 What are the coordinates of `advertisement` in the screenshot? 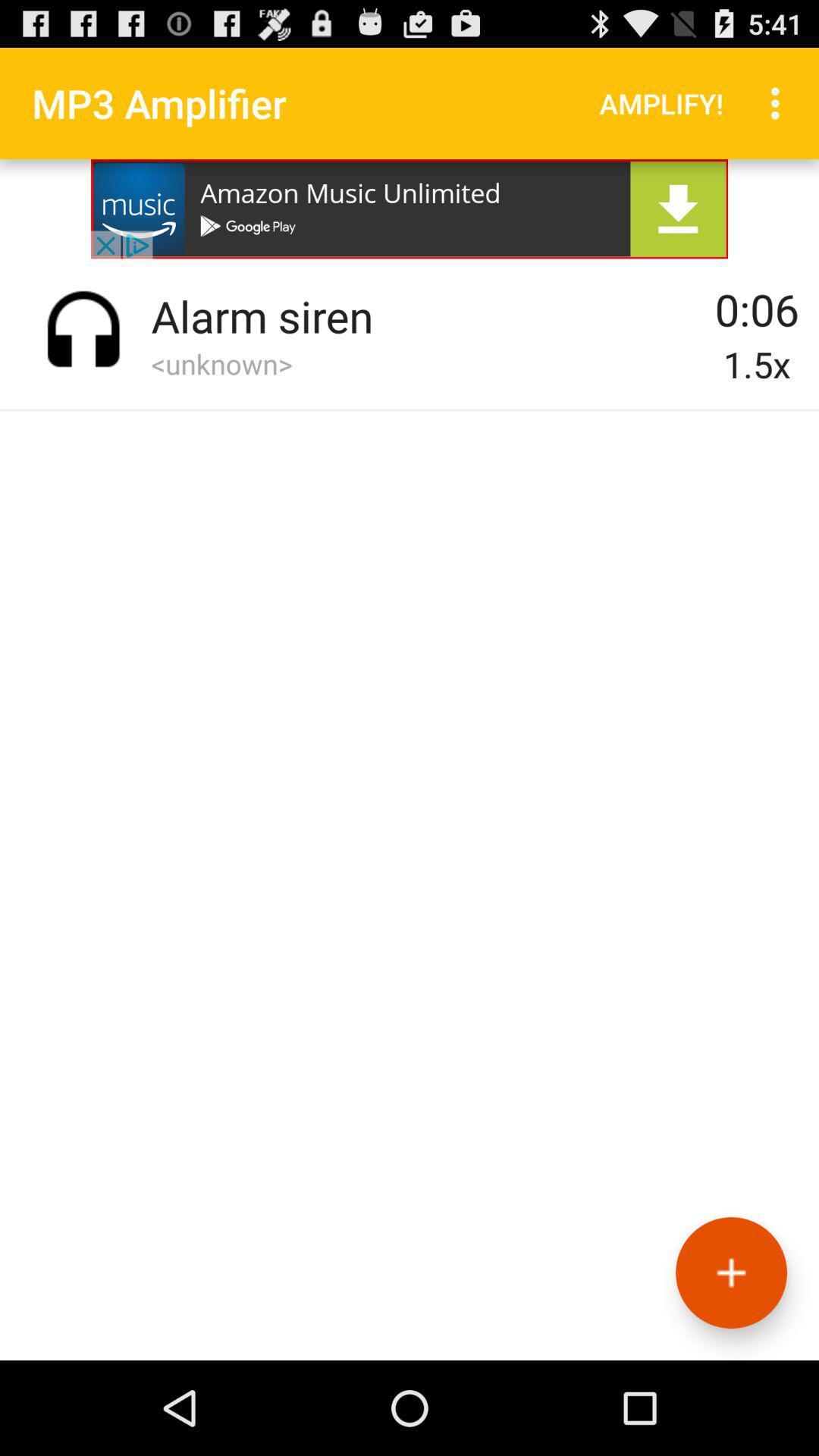 It's located at (409, 208).